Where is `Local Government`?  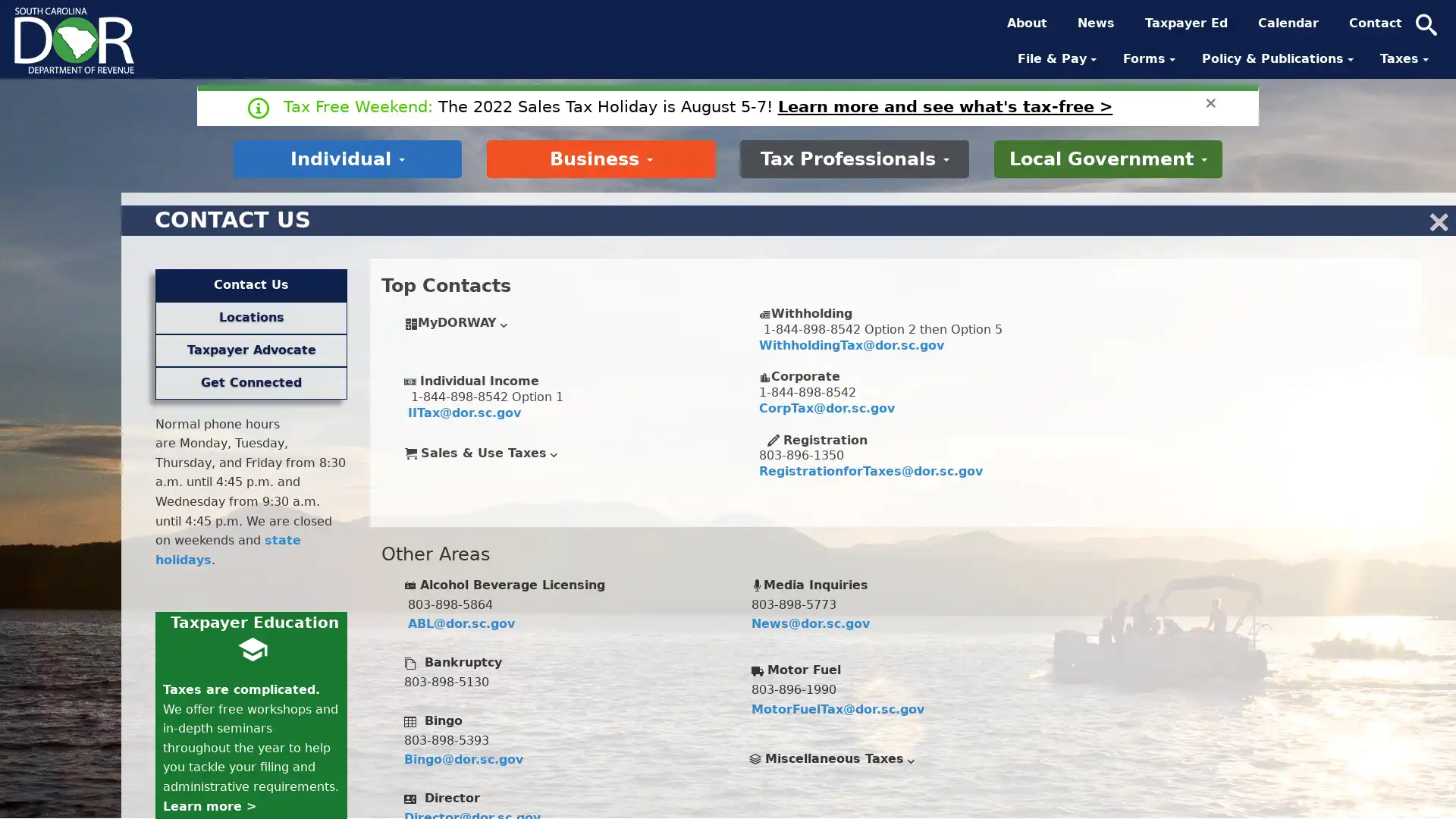
Local Government is located at coordinates (1107, 158).